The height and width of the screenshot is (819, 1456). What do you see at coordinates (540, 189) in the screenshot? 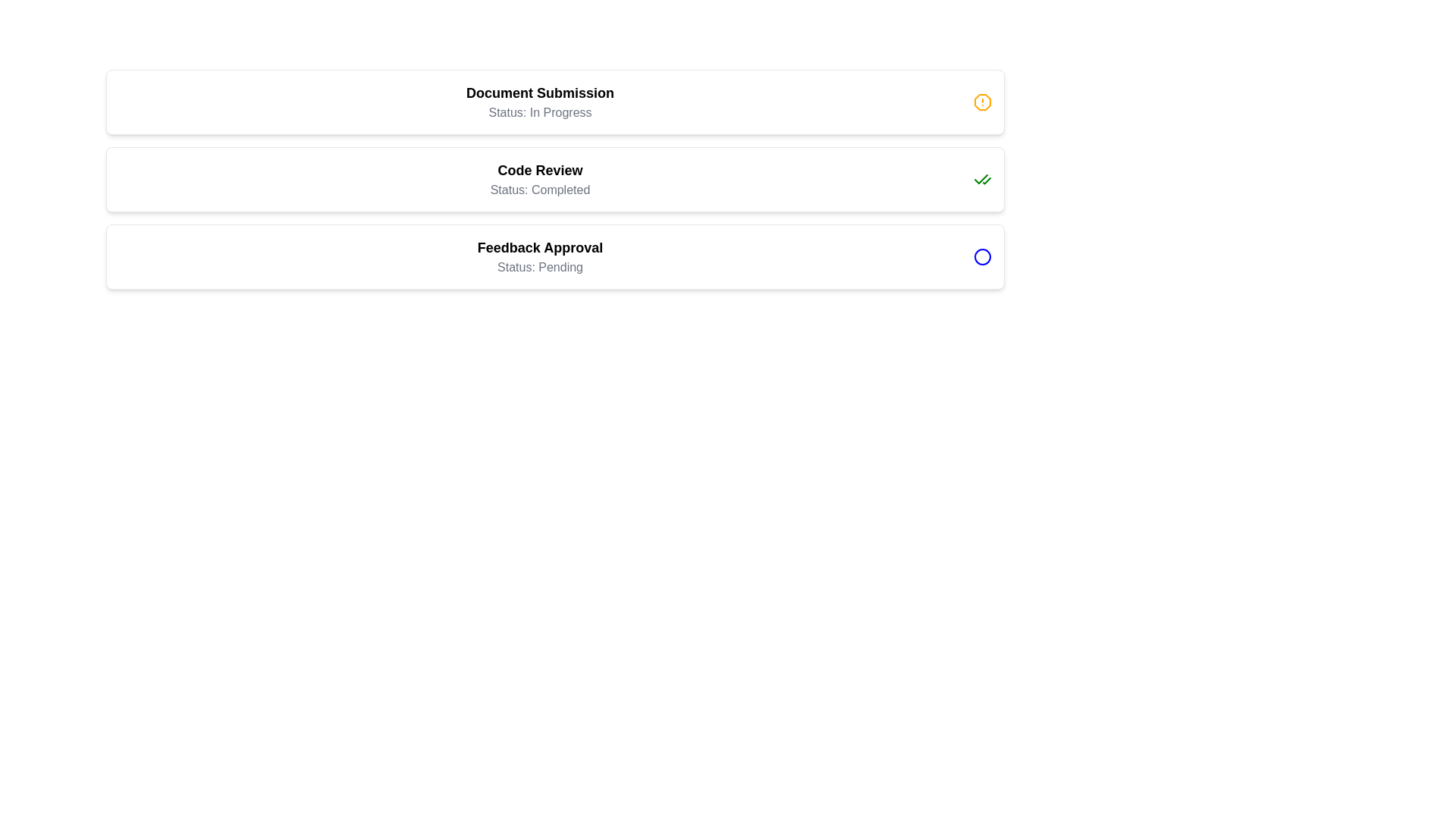
I see `the text label indicating the status of the task 'Code Review' with the value 'Completed', which is located directly below the title 'Code Review'` at bounding box center [540, 189].